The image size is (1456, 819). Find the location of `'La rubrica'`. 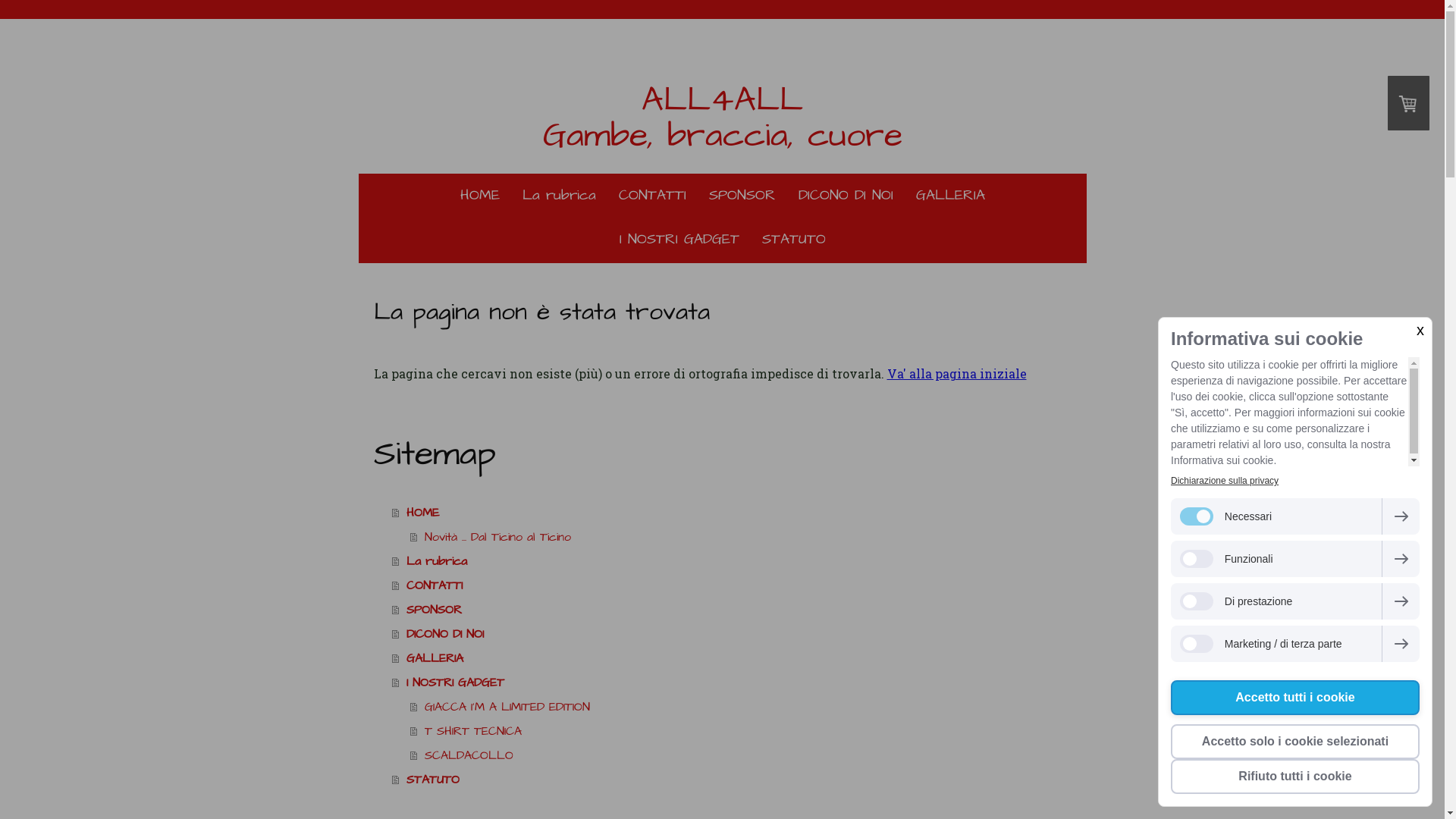

'La rubrica' is located at coordinates (558, 194).